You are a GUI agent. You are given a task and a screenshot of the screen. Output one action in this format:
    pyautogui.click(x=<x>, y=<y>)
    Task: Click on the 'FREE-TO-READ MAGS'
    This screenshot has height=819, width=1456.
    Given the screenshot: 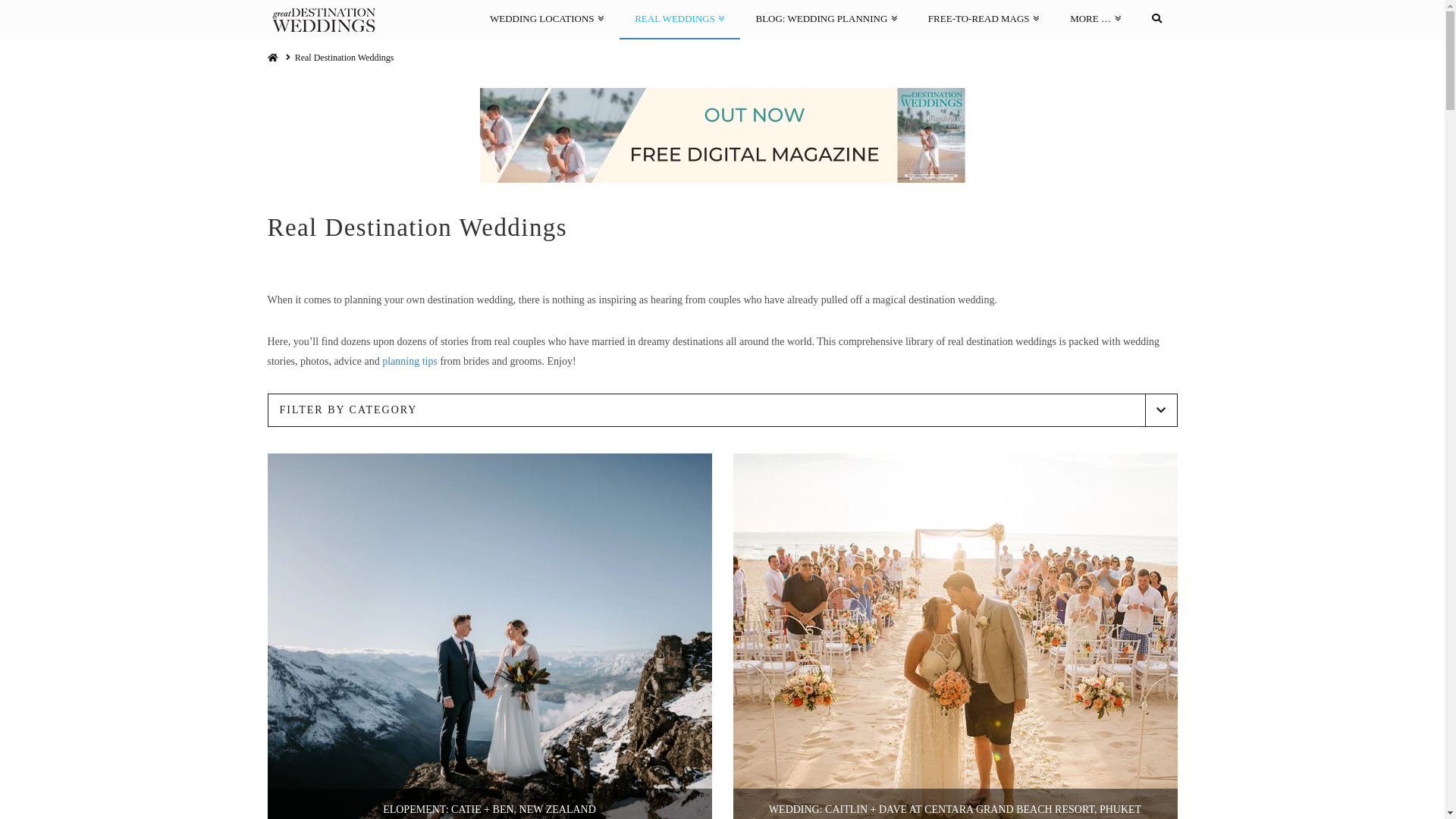 What is the action you would take?
    pyautogui.click(x=912, y=18)
    